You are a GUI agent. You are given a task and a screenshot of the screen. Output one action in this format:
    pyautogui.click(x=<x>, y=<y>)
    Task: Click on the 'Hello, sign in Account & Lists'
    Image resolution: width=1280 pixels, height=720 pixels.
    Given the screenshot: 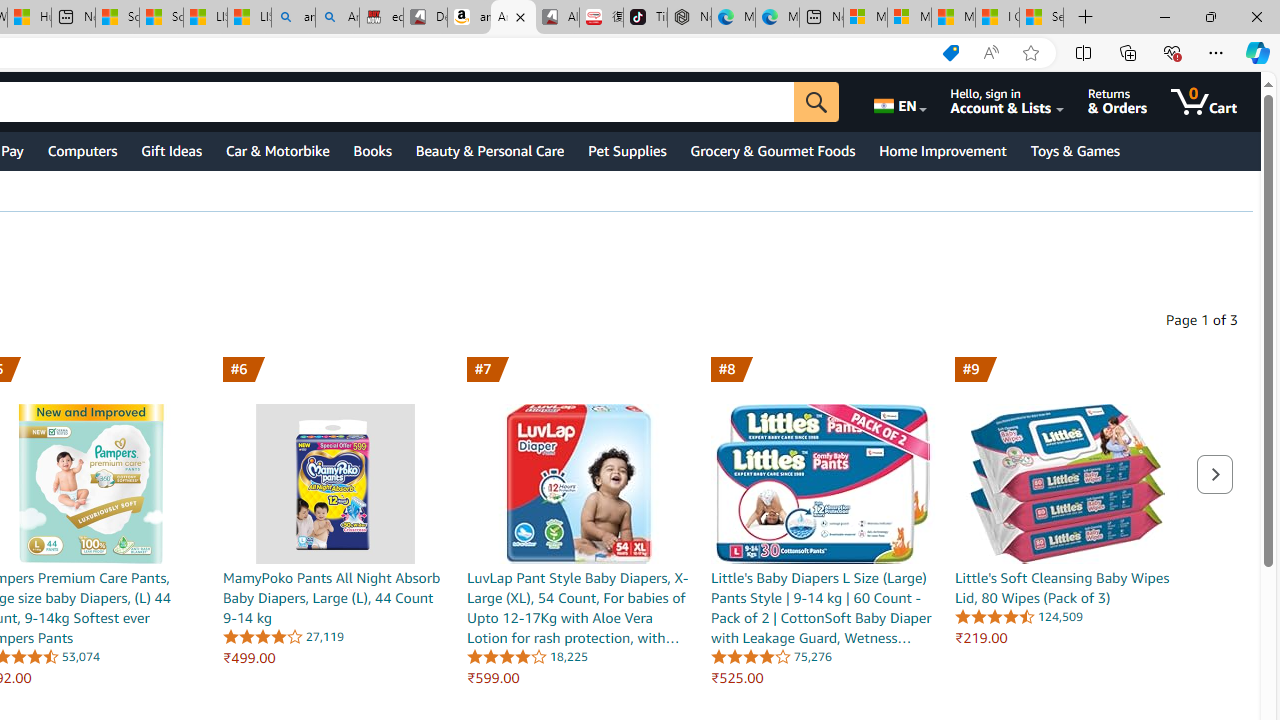 What is the action you would take?
    pyautogui.click(x=1007, y=101)
    